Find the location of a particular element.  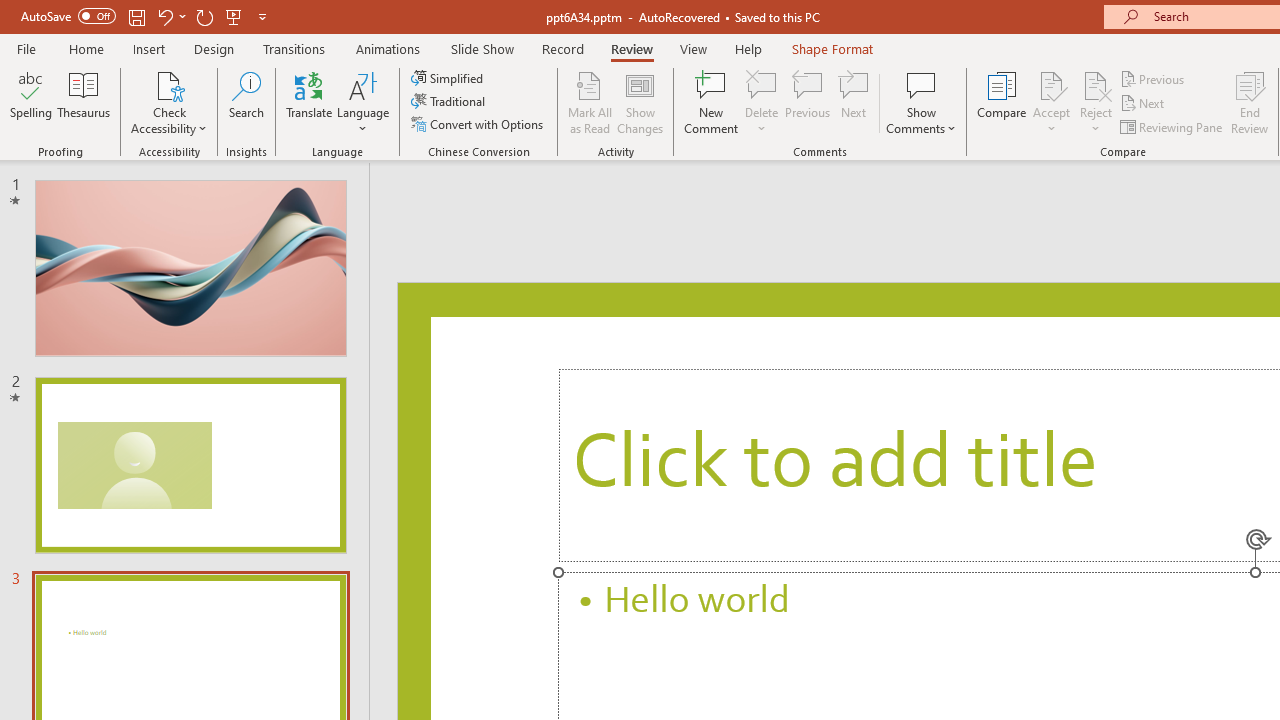

'Simplified' is located at coordinates (448, 77).